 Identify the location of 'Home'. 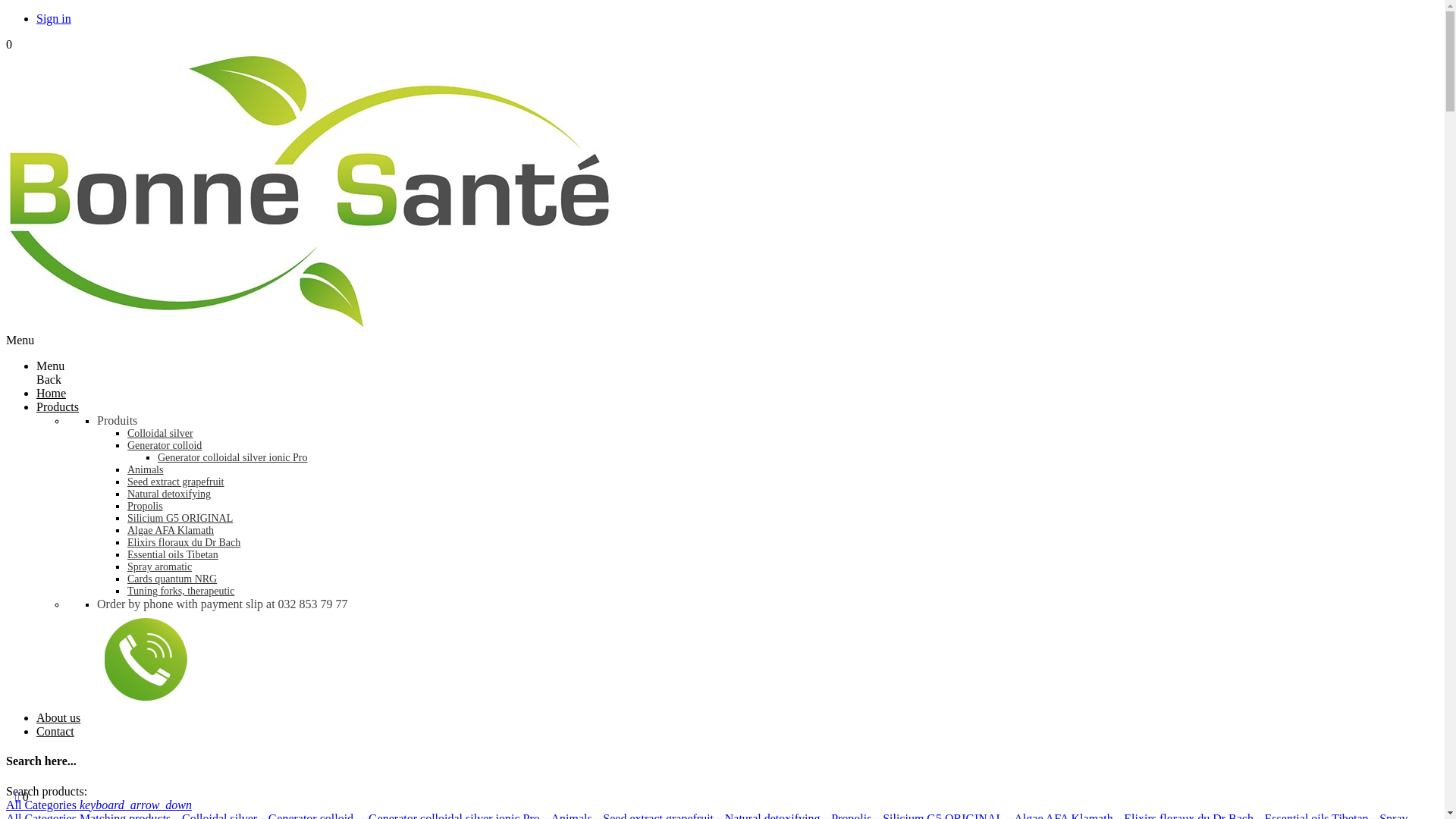
(51, 392).